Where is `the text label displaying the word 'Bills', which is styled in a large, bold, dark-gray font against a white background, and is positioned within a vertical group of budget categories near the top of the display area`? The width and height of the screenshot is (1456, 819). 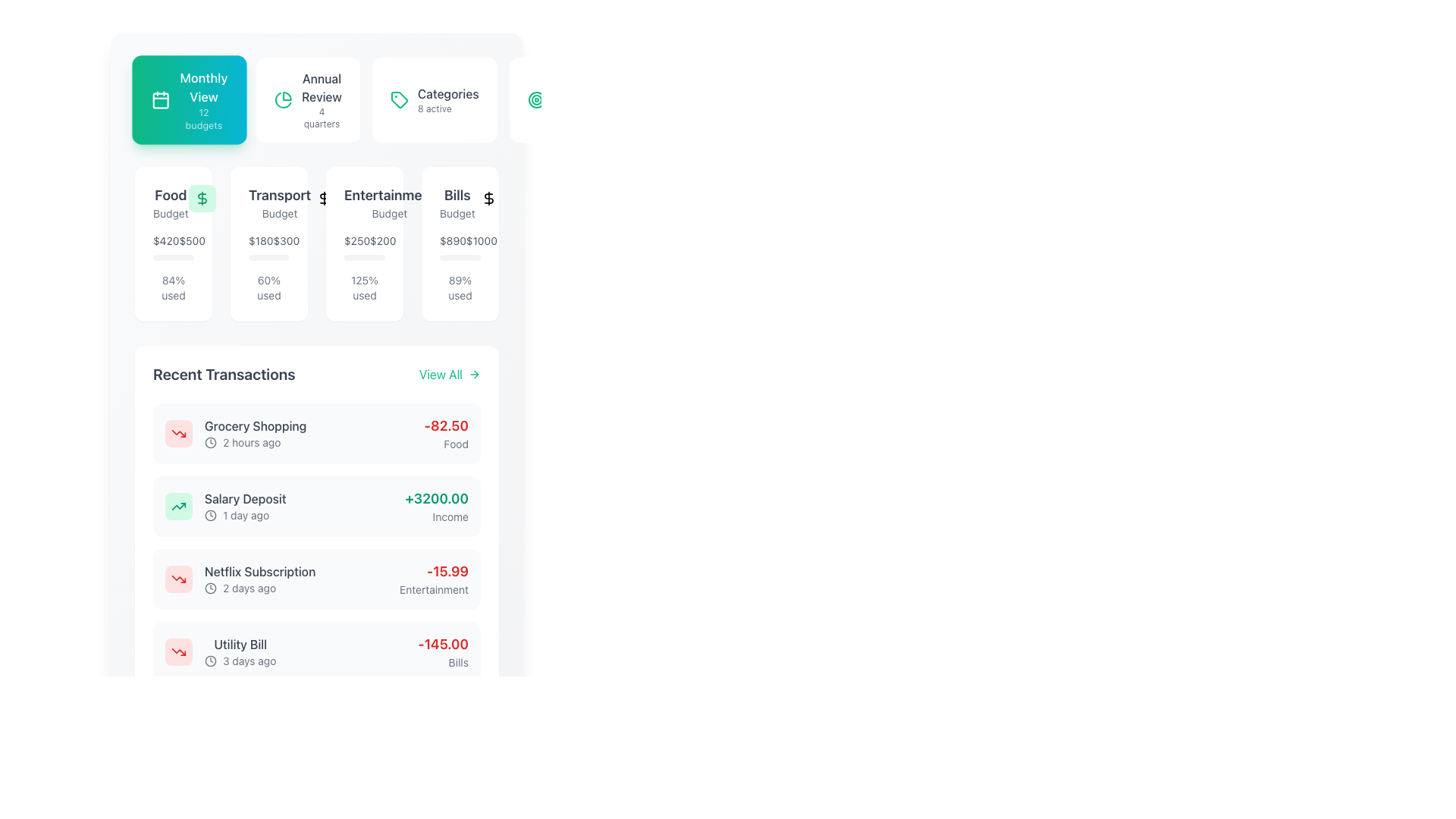
the text label displaying the word 'Bills', which is styled in a large, bold, dark-gray font against a white background, and is positioned within a vertical group of budget categories near the top of the display area is located at coordinates (457, 195).